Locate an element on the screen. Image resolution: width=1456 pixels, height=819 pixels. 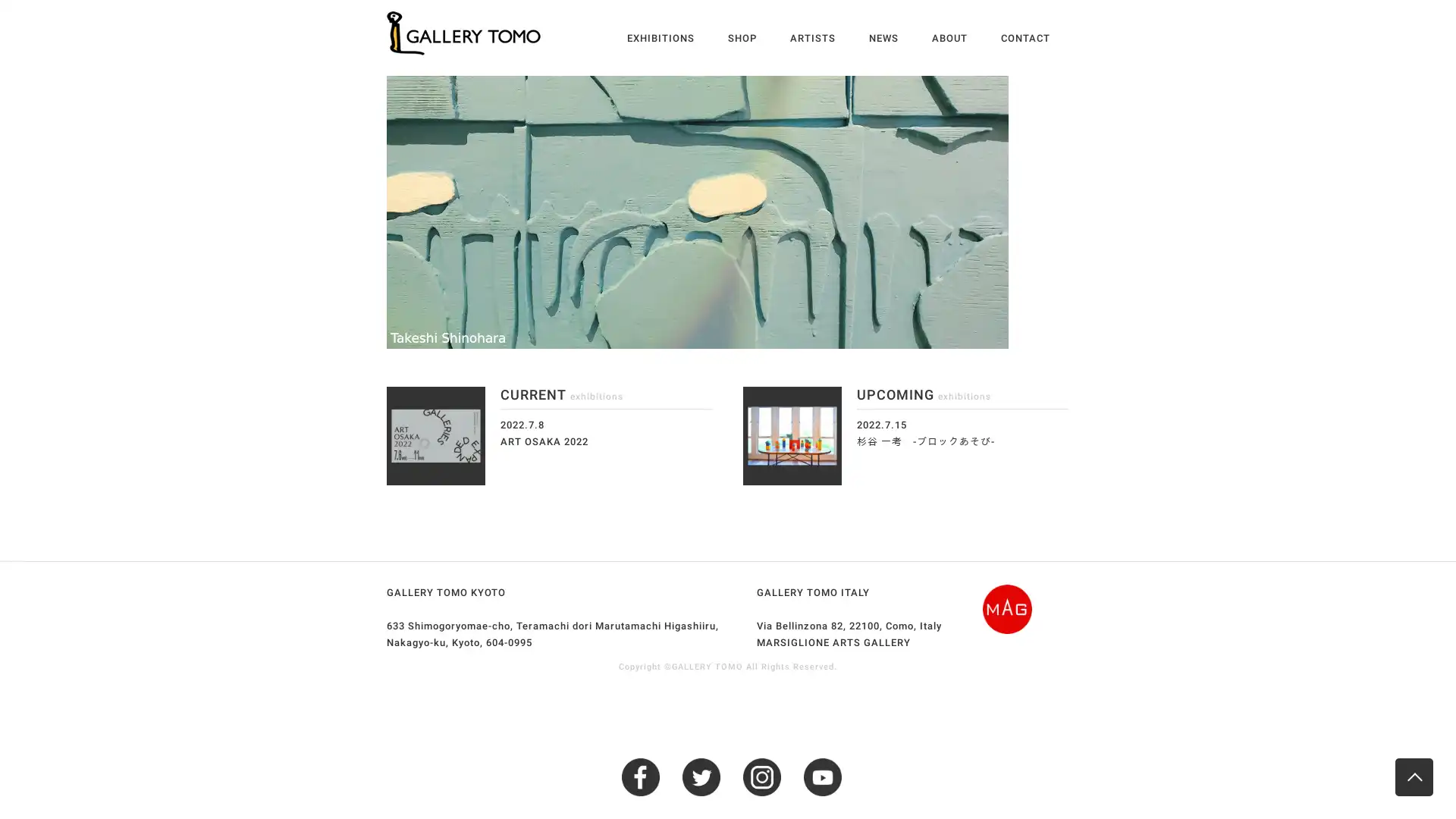
Next is located at coordinates (1080, 212).